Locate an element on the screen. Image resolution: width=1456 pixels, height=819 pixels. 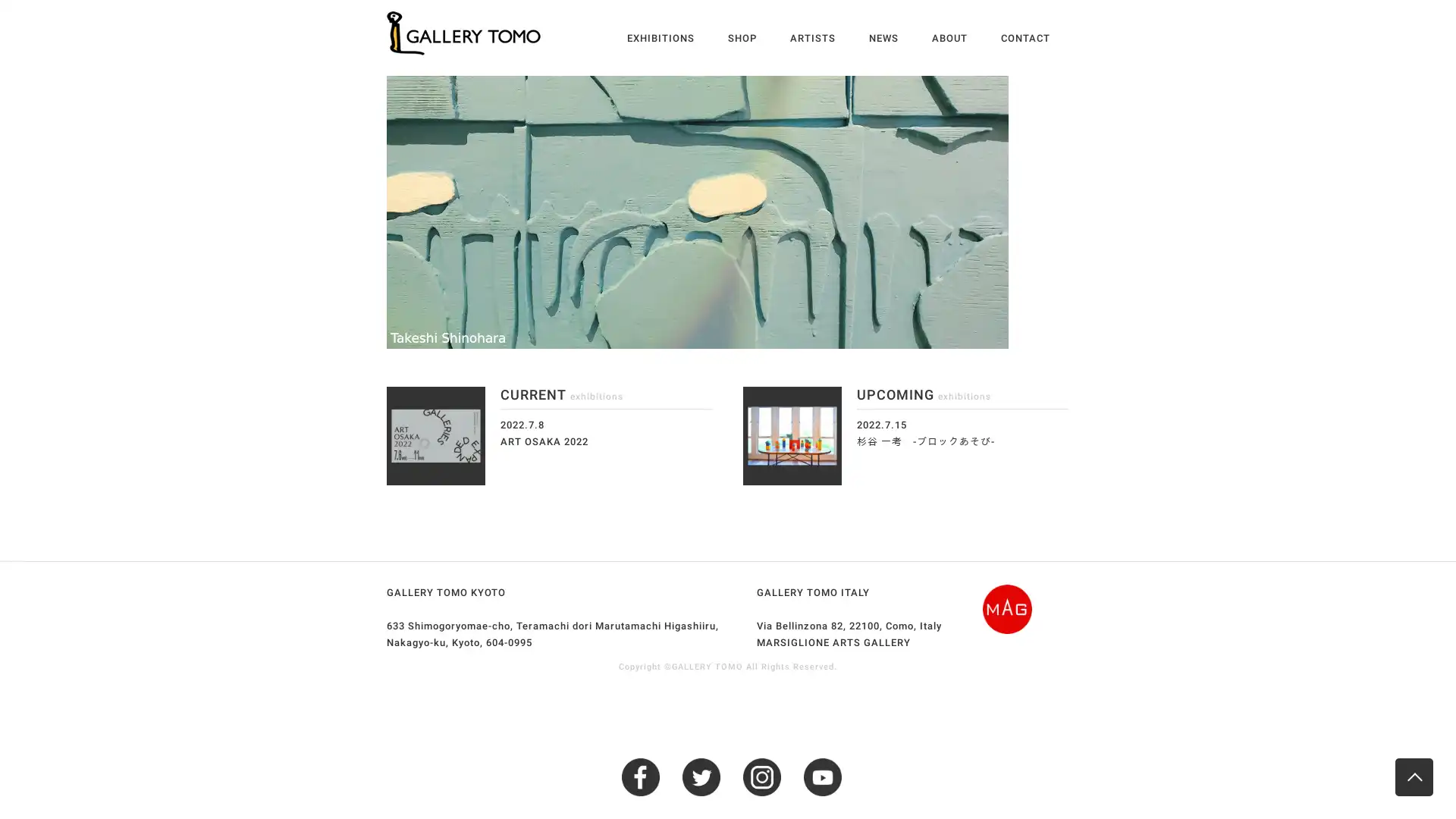
Next is located at coordinates (1080, 212).